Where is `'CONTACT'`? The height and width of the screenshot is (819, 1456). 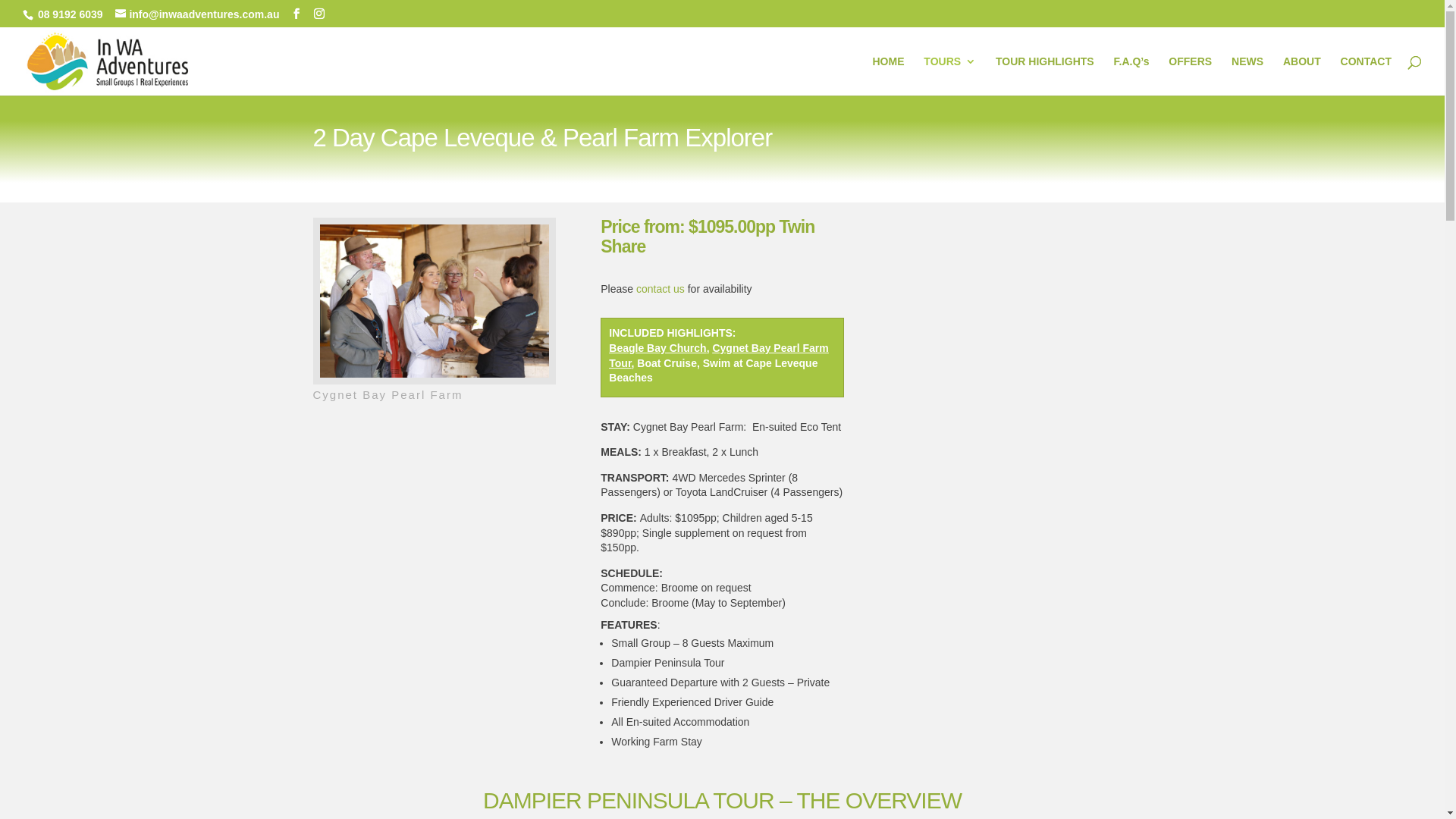 'CONTACT' is located at coordinates (1366, 76).